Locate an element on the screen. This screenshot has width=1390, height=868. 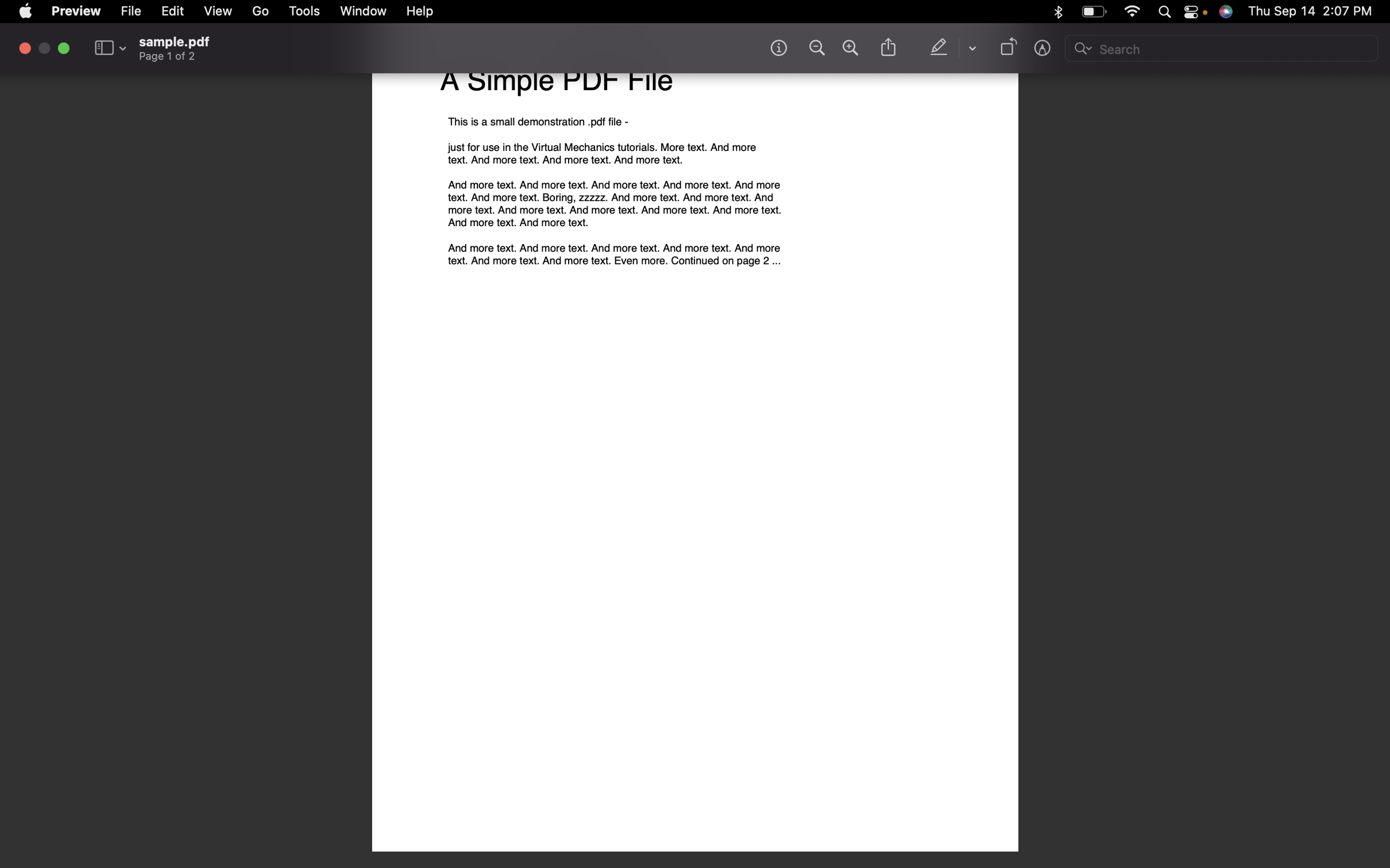
Magnify the document to a smaller size is located at coordinates (814, 48).